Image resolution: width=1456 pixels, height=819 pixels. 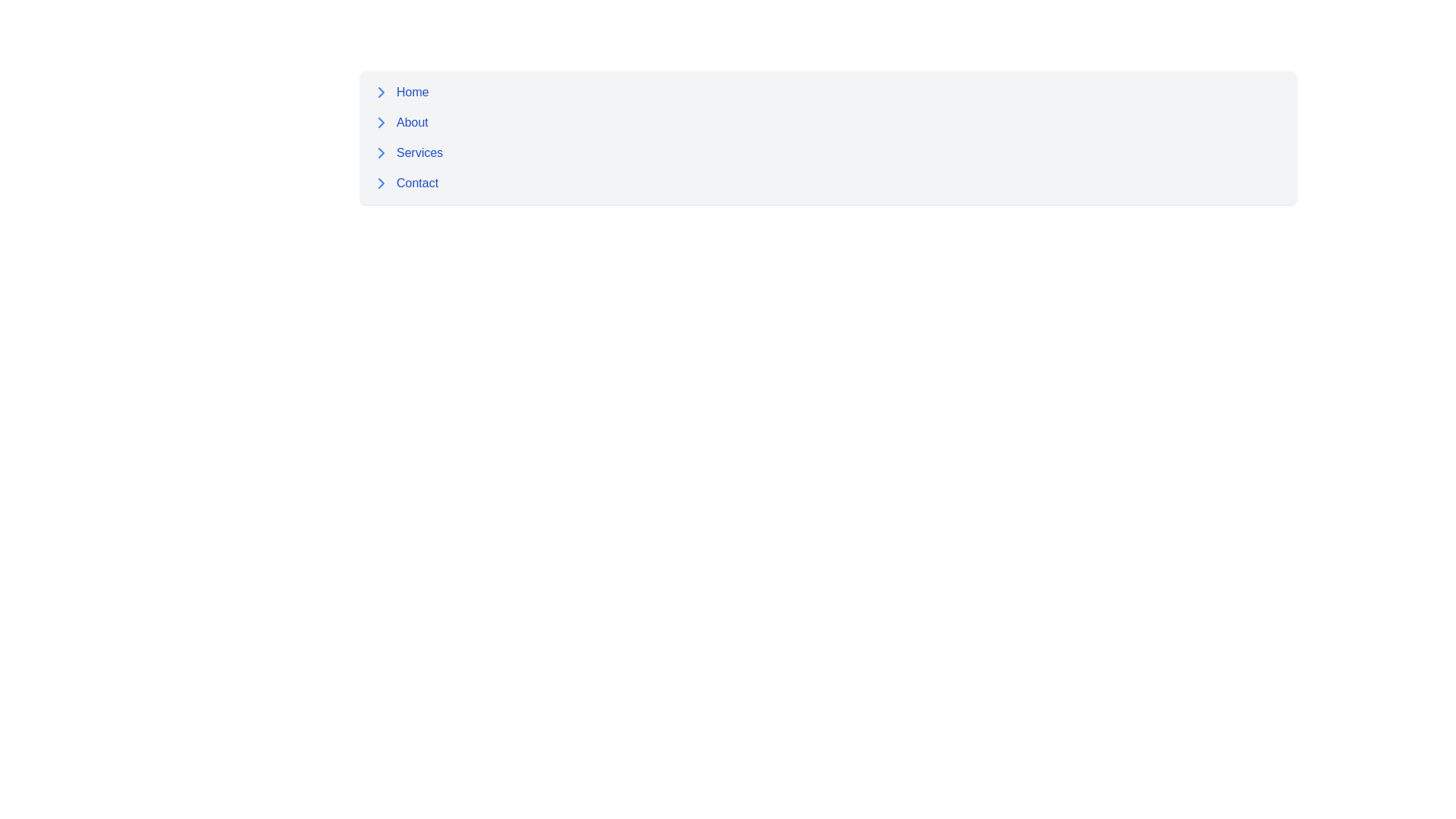 What do you see at coordinates (417, 183) in the screenshot?
I see `the fourth hyperlink` at bounding box center [417, 183].